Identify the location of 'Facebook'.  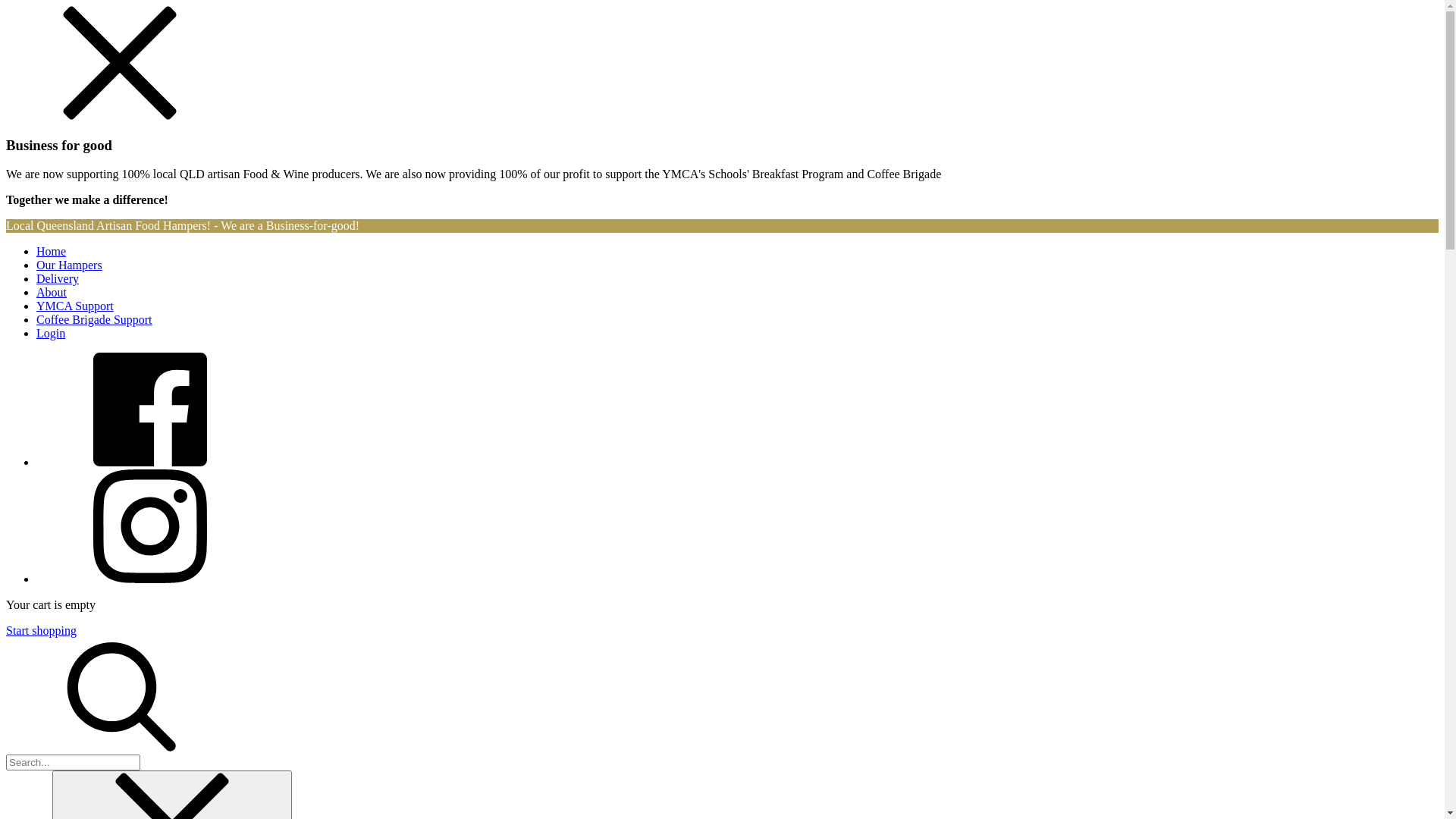
(36, 461).